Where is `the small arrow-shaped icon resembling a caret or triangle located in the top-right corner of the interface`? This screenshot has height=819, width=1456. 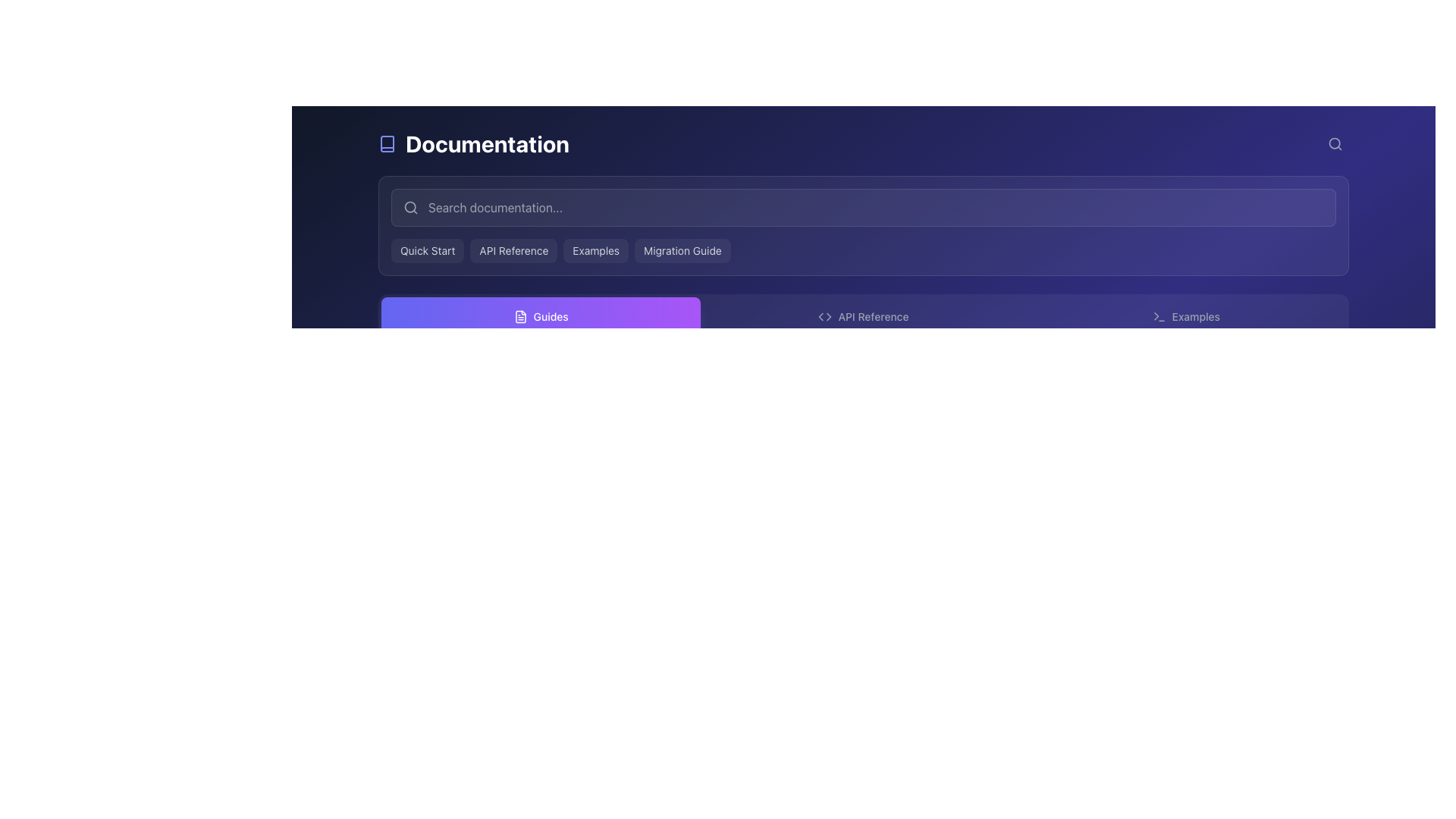
the small arrow-shaped icon resembling a caret or triangle located in the top-right corner of the interface is located at coordinates (1155, 315).